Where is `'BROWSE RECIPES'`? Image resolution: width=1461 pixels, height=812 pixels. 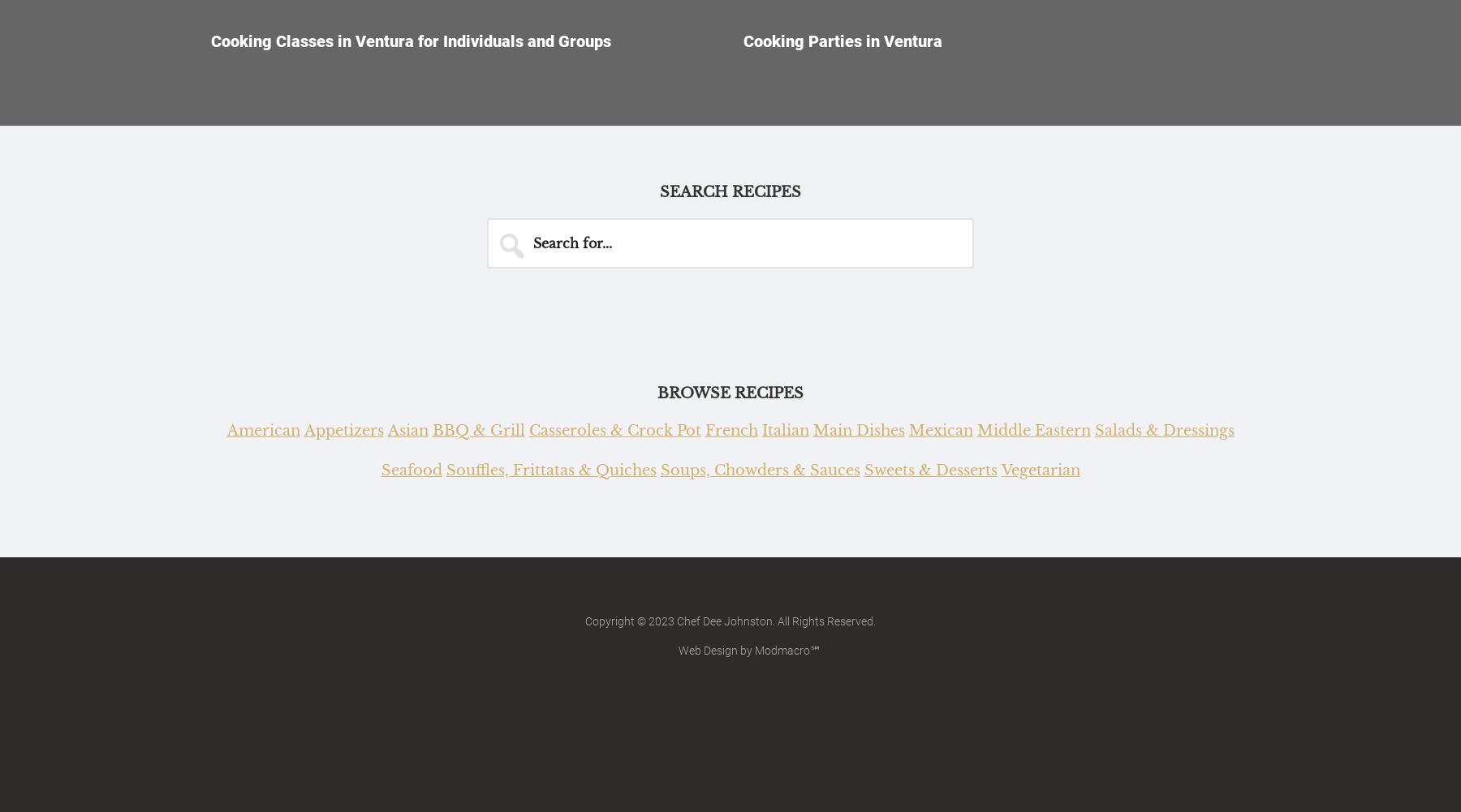
'BROWSE RECIPES' is located at coordinates (657, 393).